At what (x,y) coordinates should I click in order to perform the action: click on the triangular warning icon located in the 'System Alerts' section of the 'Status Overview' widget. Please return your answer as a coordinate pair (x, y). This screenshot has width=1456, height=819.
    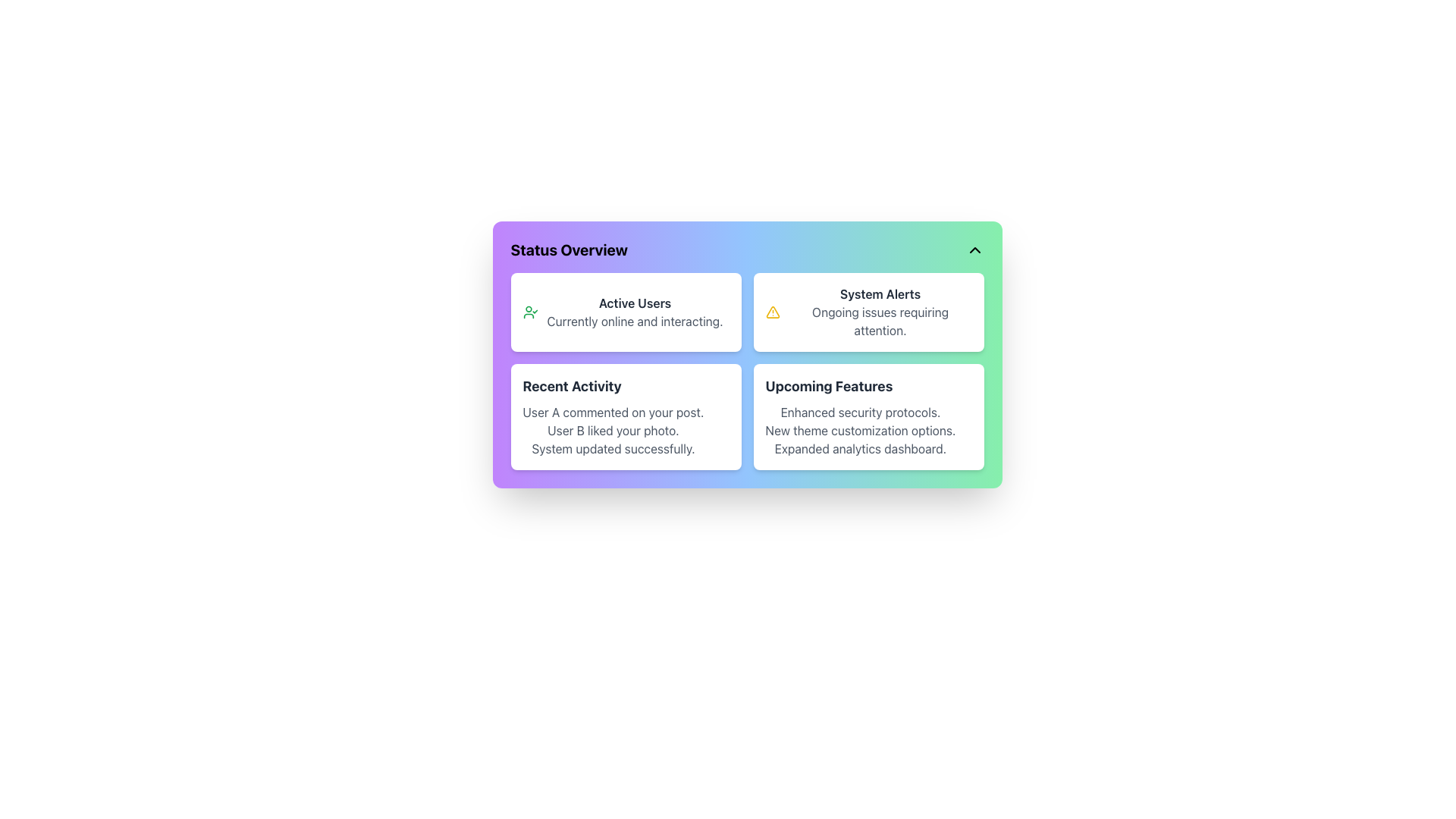
    Looking at the image, I should click on (772, 312).